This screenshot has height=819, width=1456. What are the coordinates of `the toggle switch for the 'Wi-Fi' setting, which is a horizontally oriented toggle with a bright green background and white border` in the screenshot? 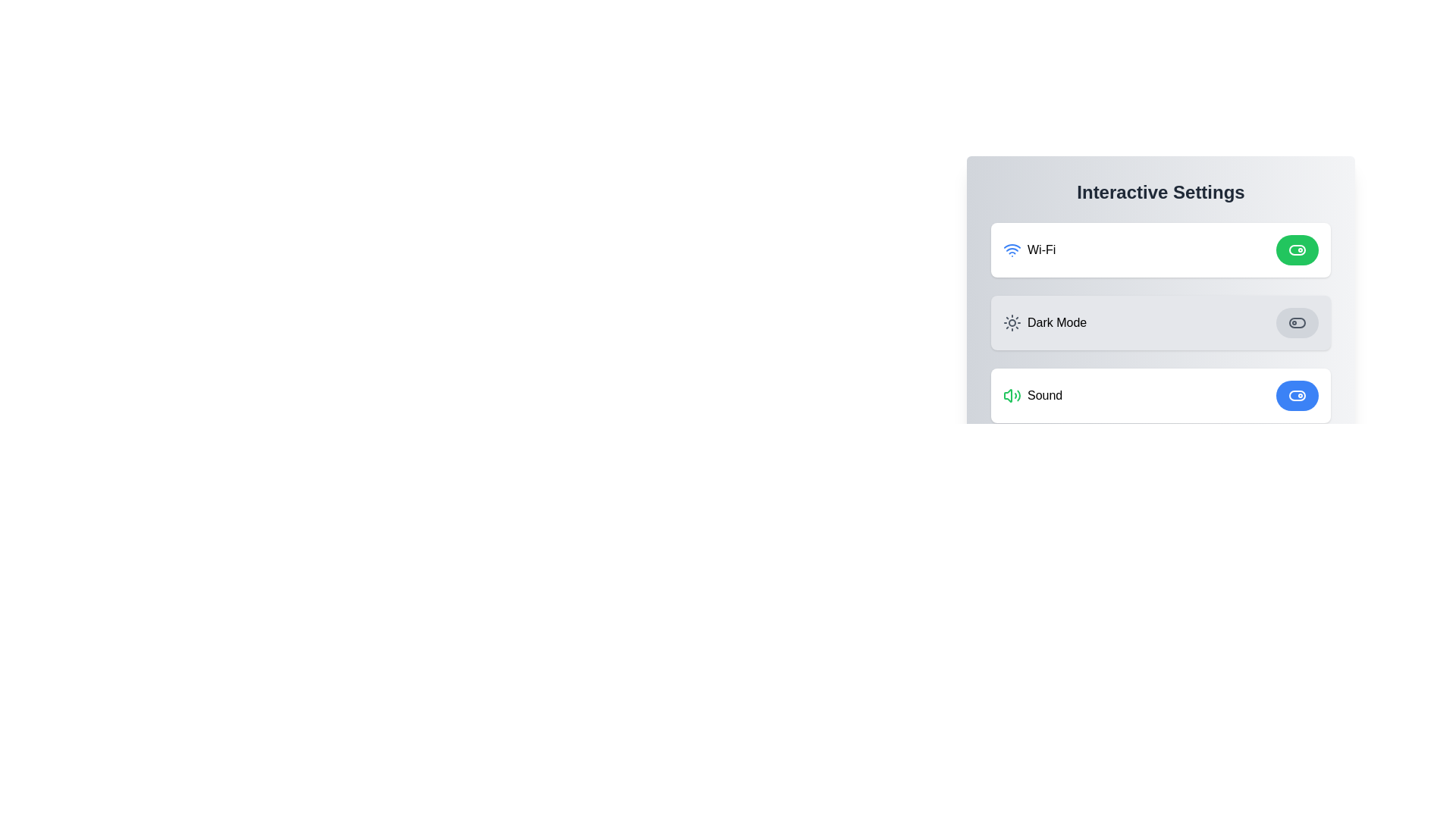 It's located at (1296, 249).